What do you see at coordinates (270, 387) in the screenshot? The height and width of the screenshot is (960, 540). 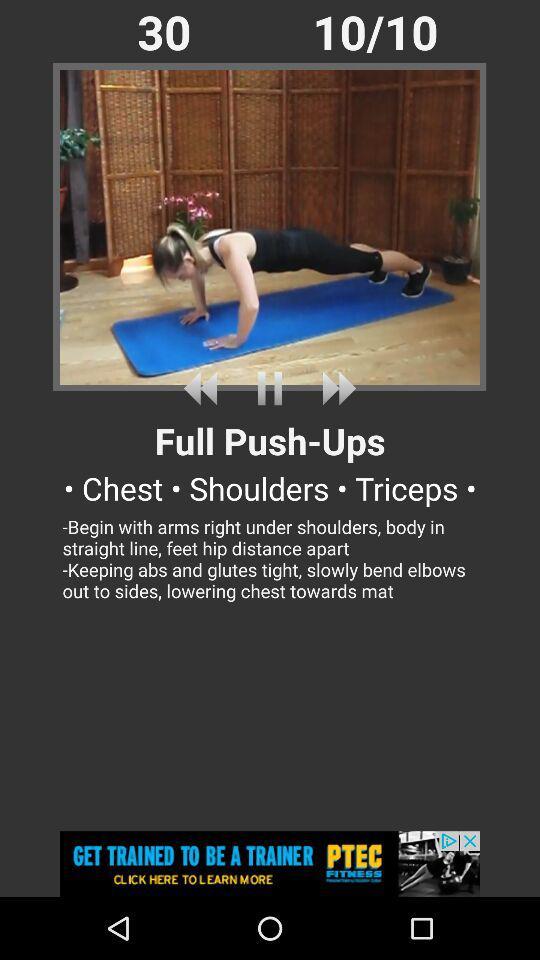 I see `pause playback` at bounding box center [270, 387].